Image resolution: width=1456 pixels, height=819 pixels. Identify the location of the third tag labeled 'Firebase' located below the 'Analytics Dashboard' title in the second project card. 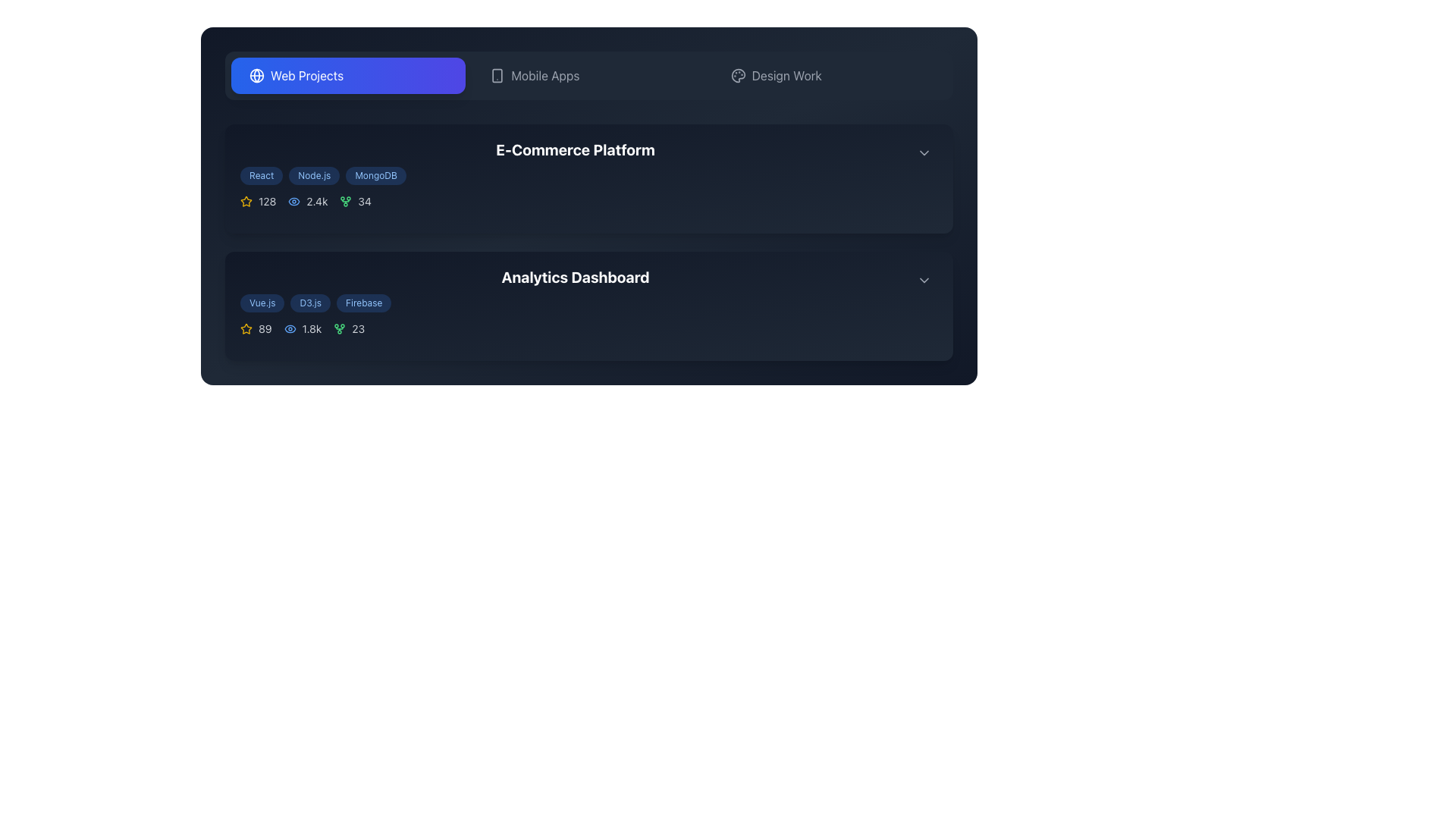
(364, 303).